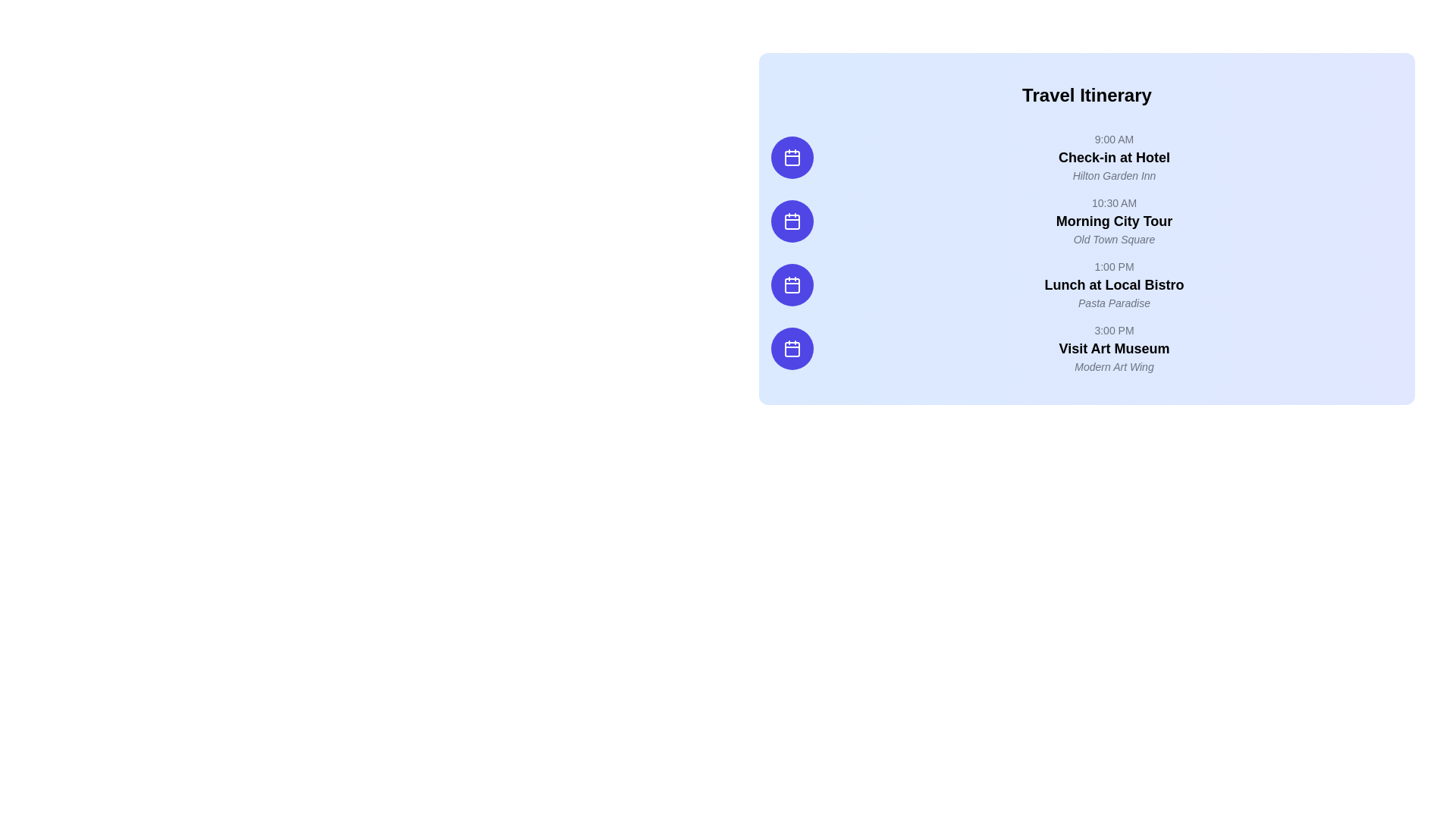 This screenshot has height=819, width=1456. What do you see at coordinates (1114, 239) in the screenshot?
I see `the italicized gray text label displaying 'Old Town Square', which is located beneath 'Morning City Tour' and is styled in a smaller font size` at bounding box center [1114, 239].